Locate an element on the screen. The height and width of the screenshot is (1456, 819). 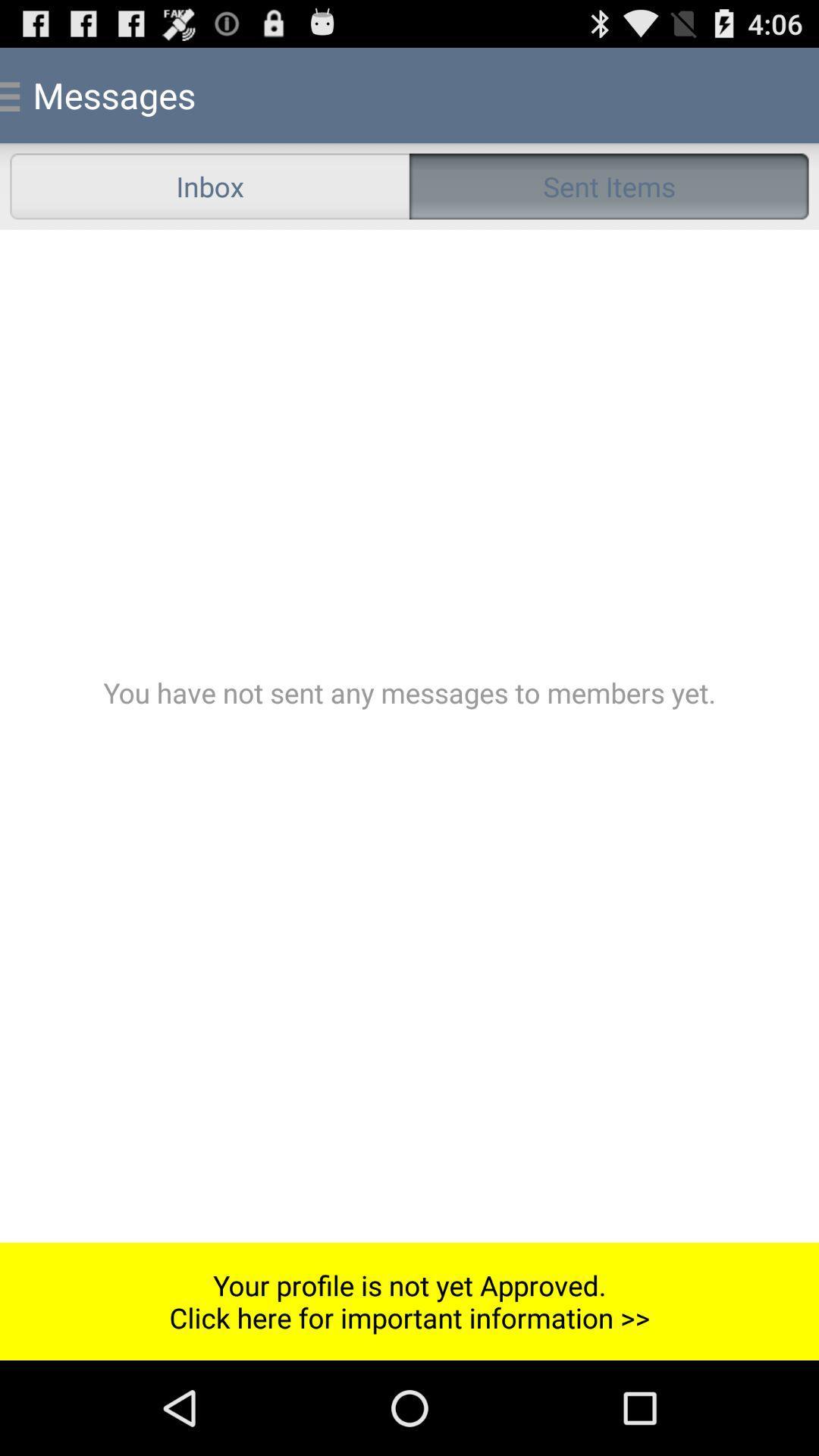
the icon below the messages is located at coordinates (209, 185).